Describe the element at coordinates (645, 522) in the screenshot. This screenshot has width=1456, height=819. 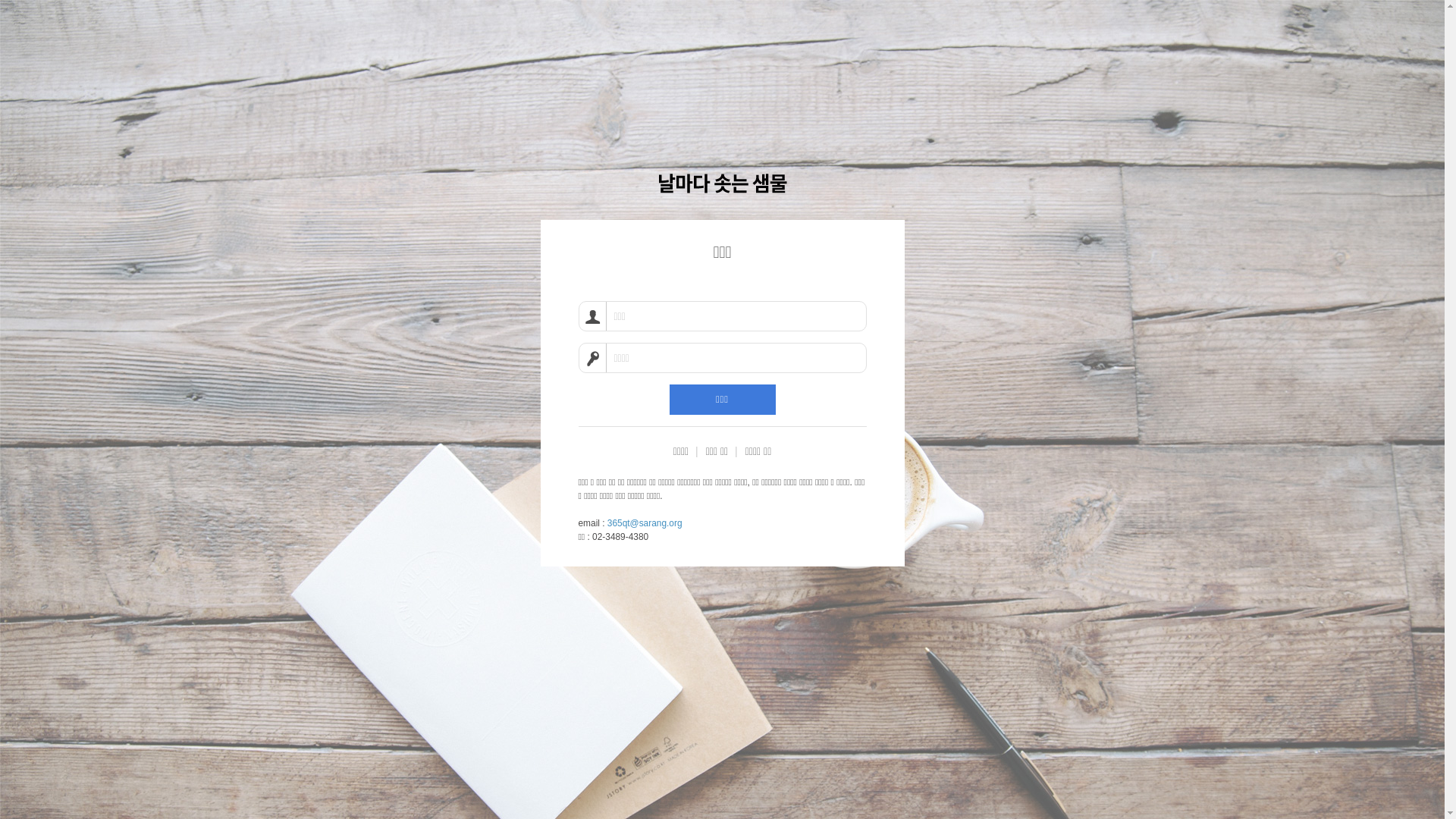
I see `'365qt@sarang.org'` at that location.